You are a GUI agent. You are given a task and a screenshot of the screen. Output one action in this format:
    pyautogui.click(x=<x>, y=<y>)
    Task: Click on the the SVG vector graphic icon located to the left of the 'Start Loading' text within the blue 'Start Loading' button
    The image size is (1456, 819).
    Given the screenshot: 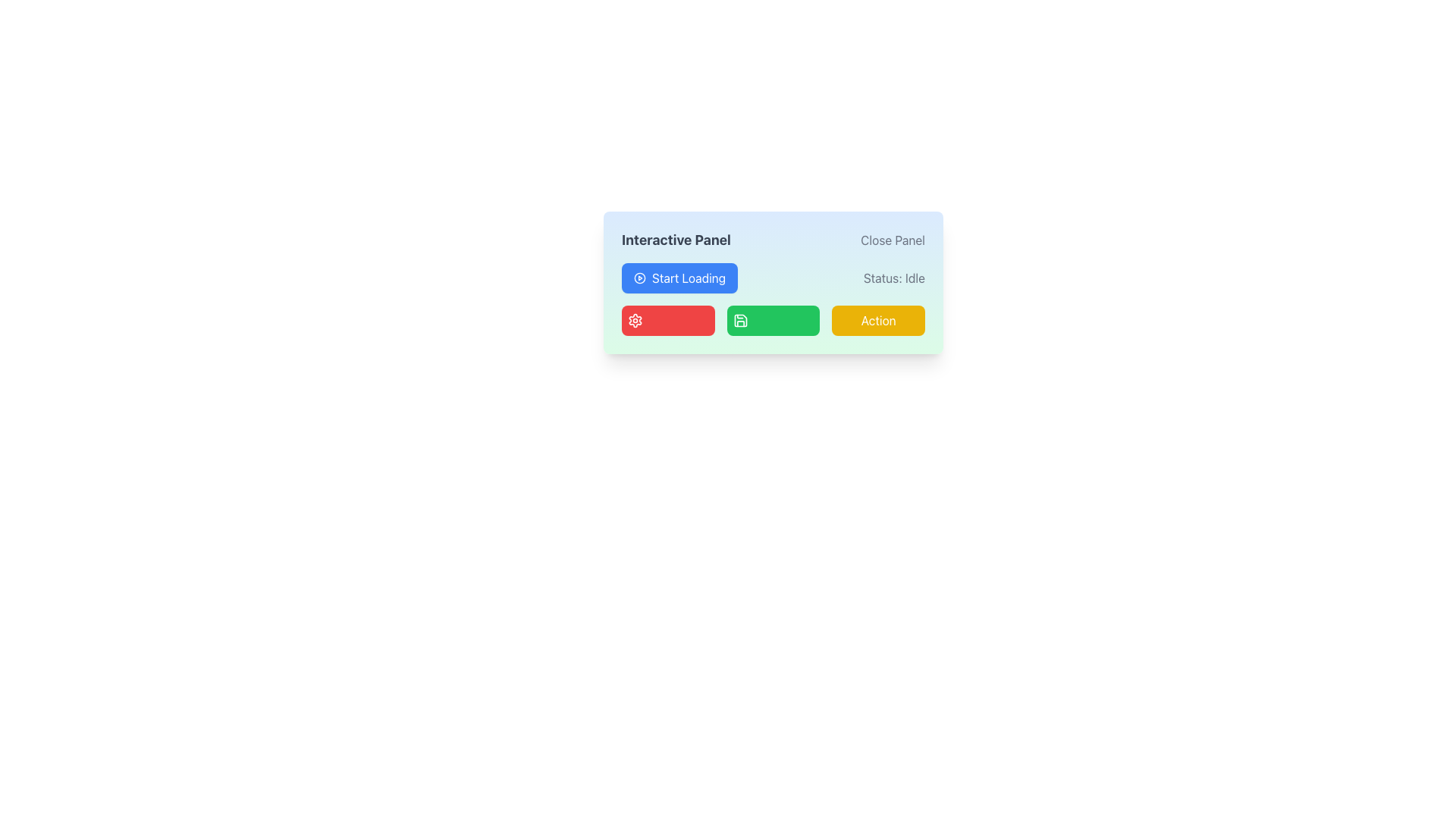 What is the action you would take?
    pyautogui.click(x=640, y=278)
    